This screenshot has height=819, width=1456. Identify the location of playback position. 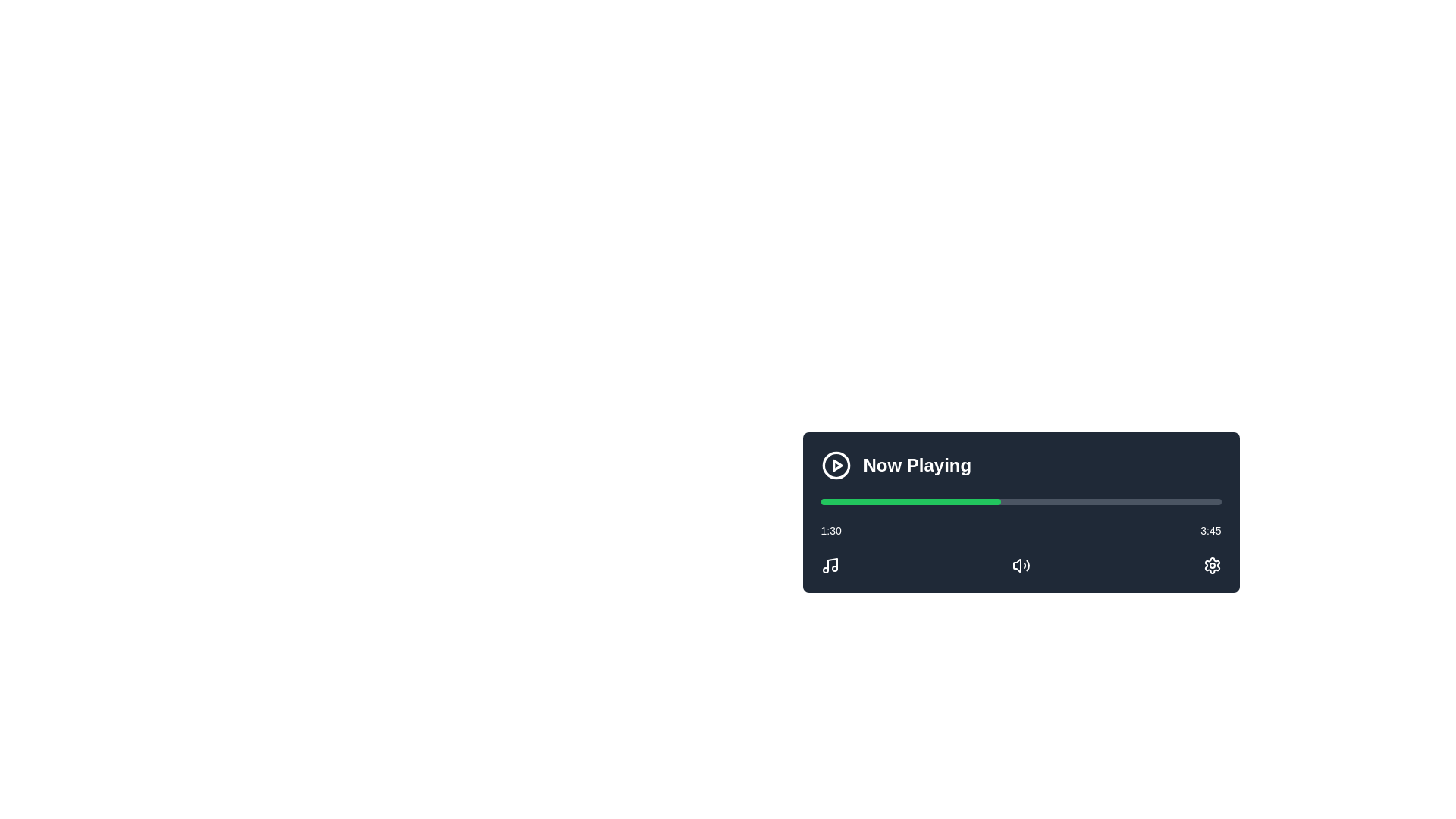
(996, 502).